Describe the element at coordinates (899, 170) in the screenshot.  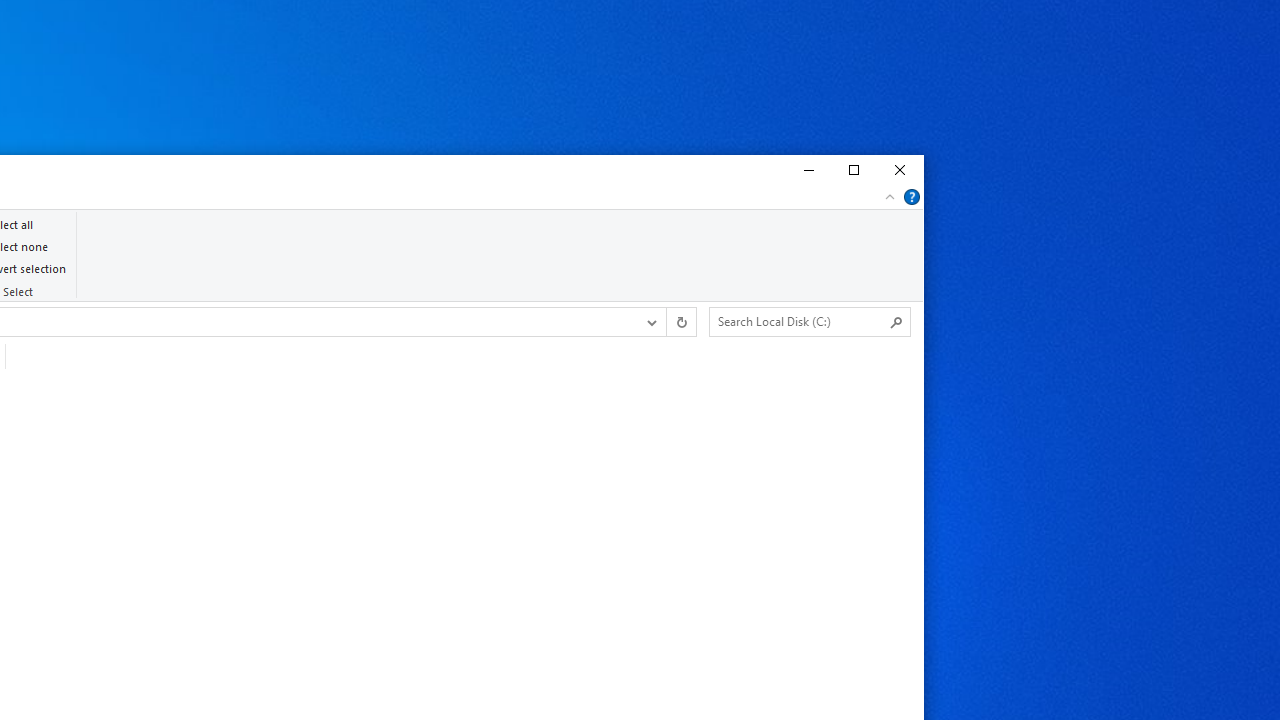
I see `'Close'` at that location.